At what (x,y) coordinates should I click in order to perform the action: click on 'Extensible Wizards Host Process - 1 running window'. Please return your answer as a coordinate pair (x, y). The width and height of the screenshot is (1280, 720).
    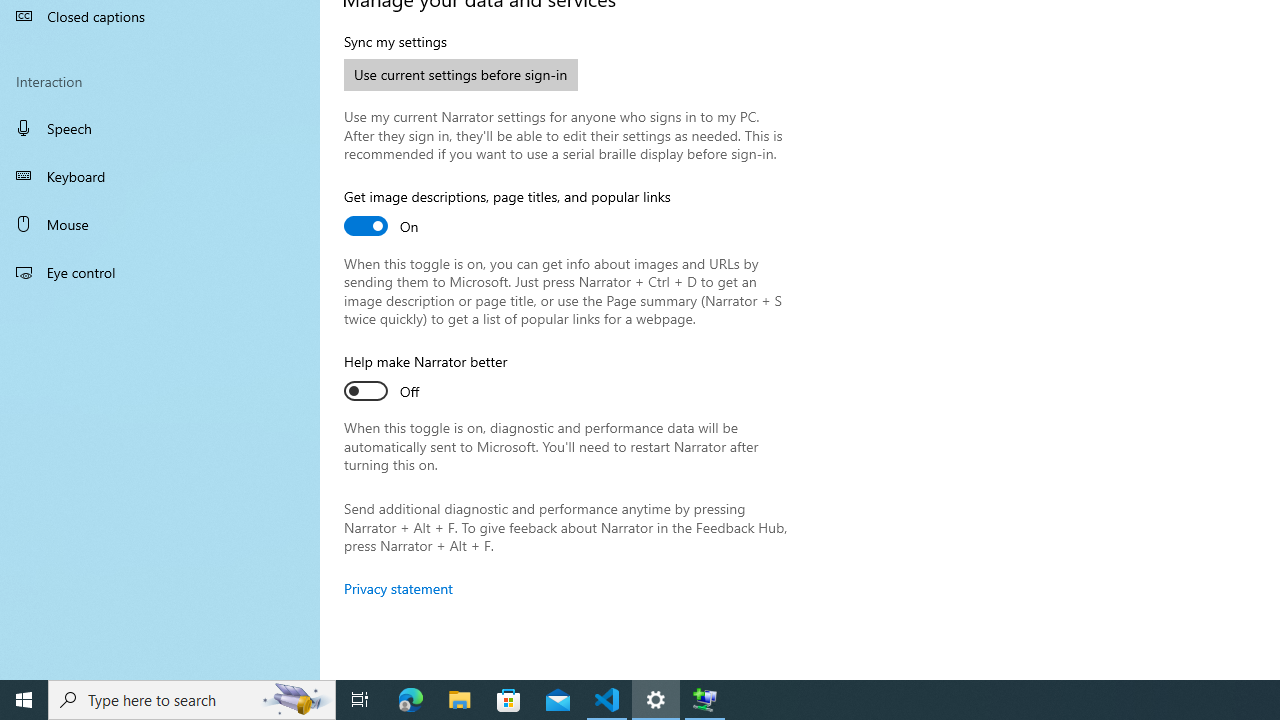
    Looking at the image, I should click on (705, 698).